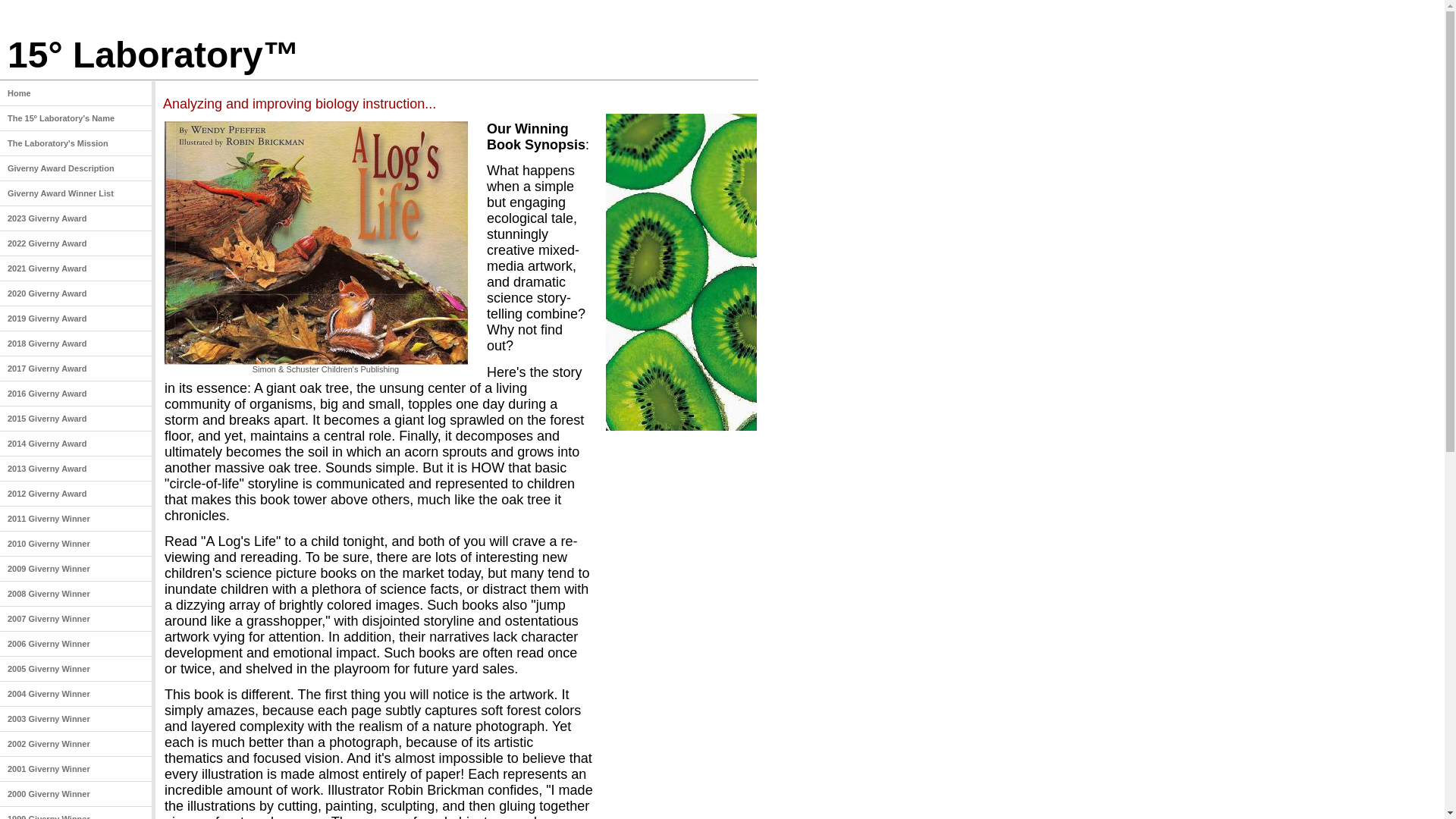 The height and width of the screenshot is (819, 1456). I want to click on '2003 Giverny Winner', so click(75, 718).